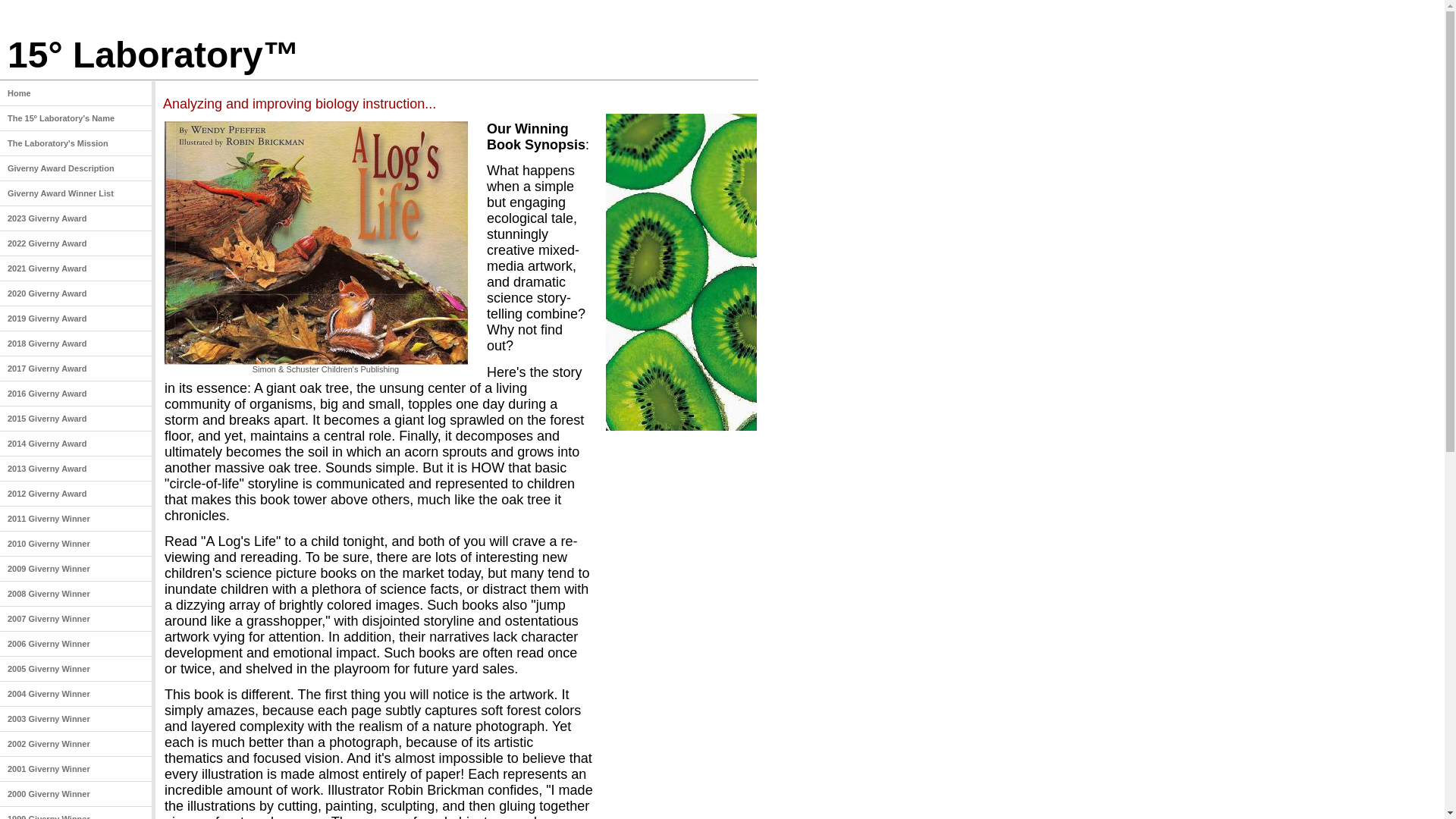 The height and width of the screenshot is (819, 1456). I want to click on '2003 Giverny Winner', so click(75, 718).